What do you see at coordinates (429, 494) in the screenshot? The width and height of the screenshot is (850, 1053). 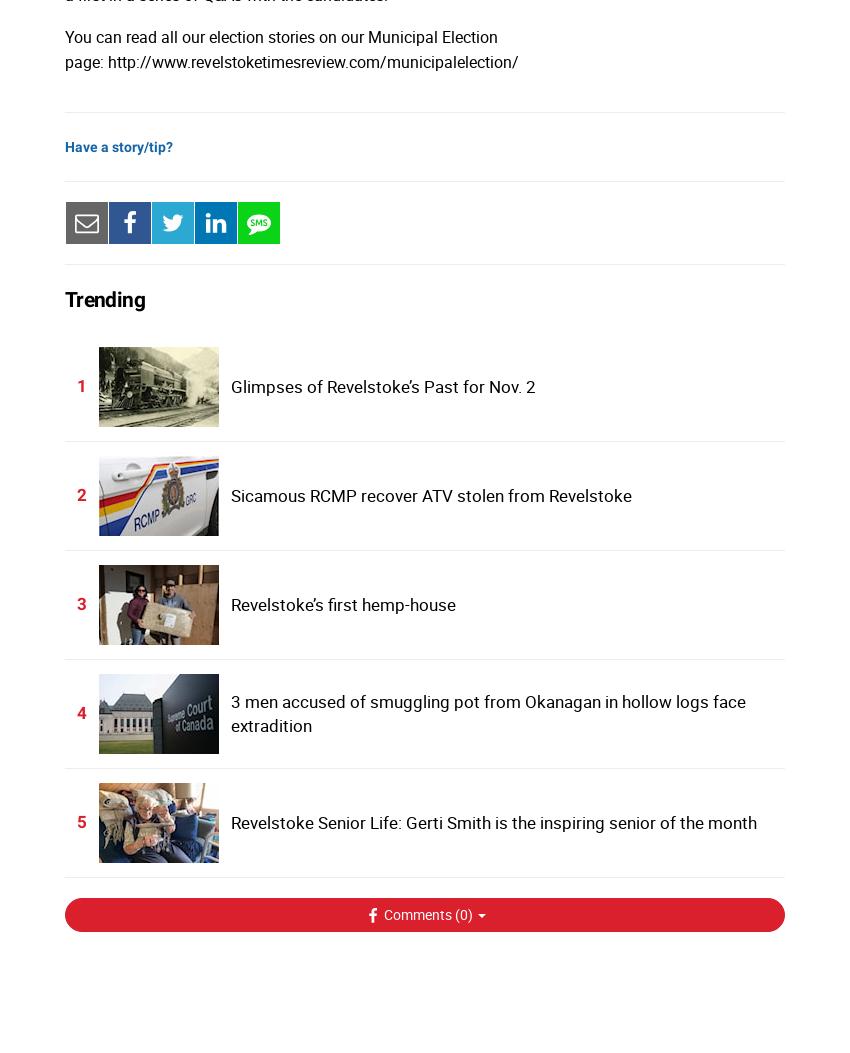 I see `'Sicamous RCMP recover ATV stolen from Revelstoke'` at bounding box center [429, 494].